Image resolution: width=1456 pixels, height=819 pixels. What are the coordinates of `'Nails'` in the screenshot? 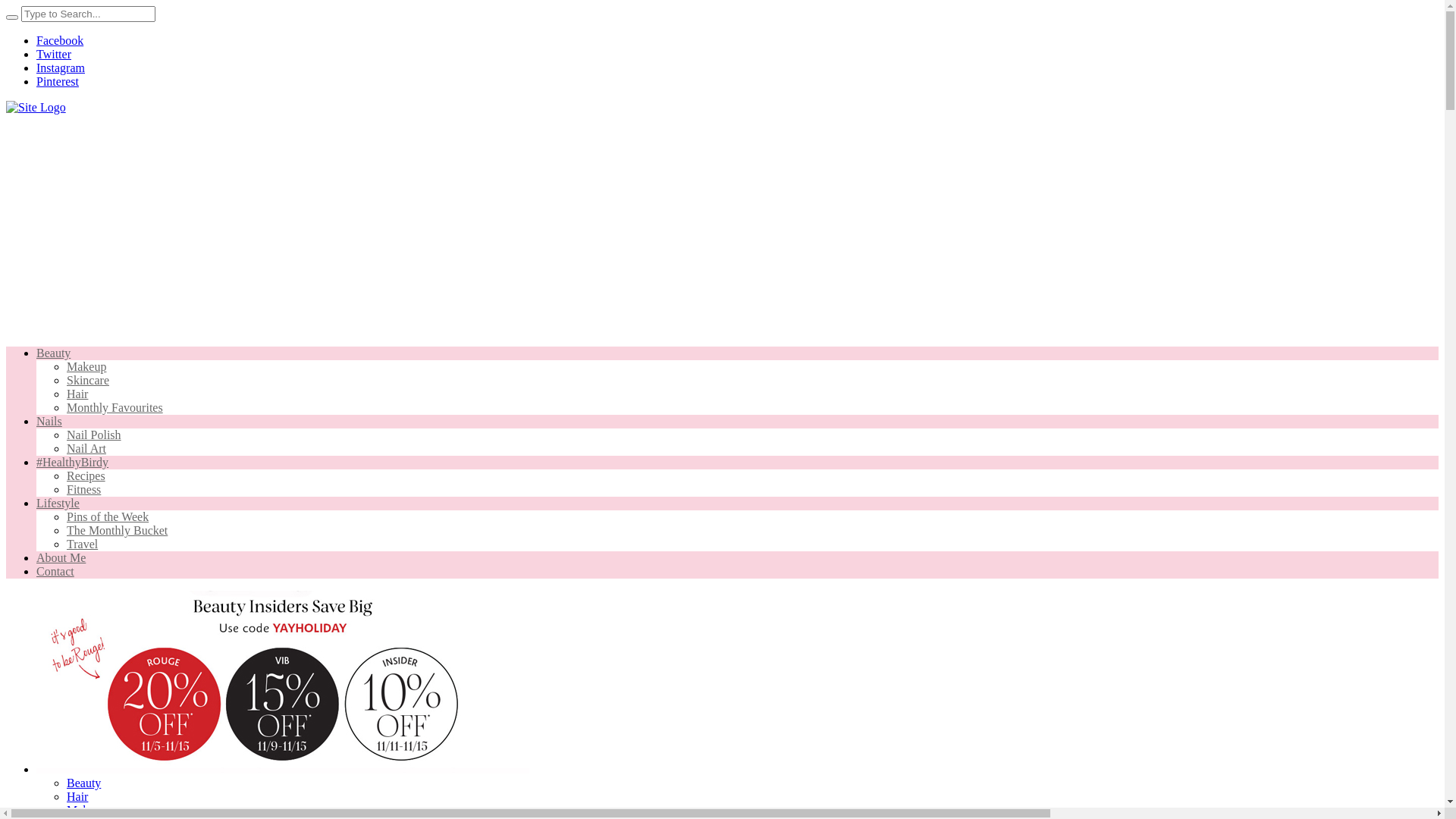 It's located at (49, 421).